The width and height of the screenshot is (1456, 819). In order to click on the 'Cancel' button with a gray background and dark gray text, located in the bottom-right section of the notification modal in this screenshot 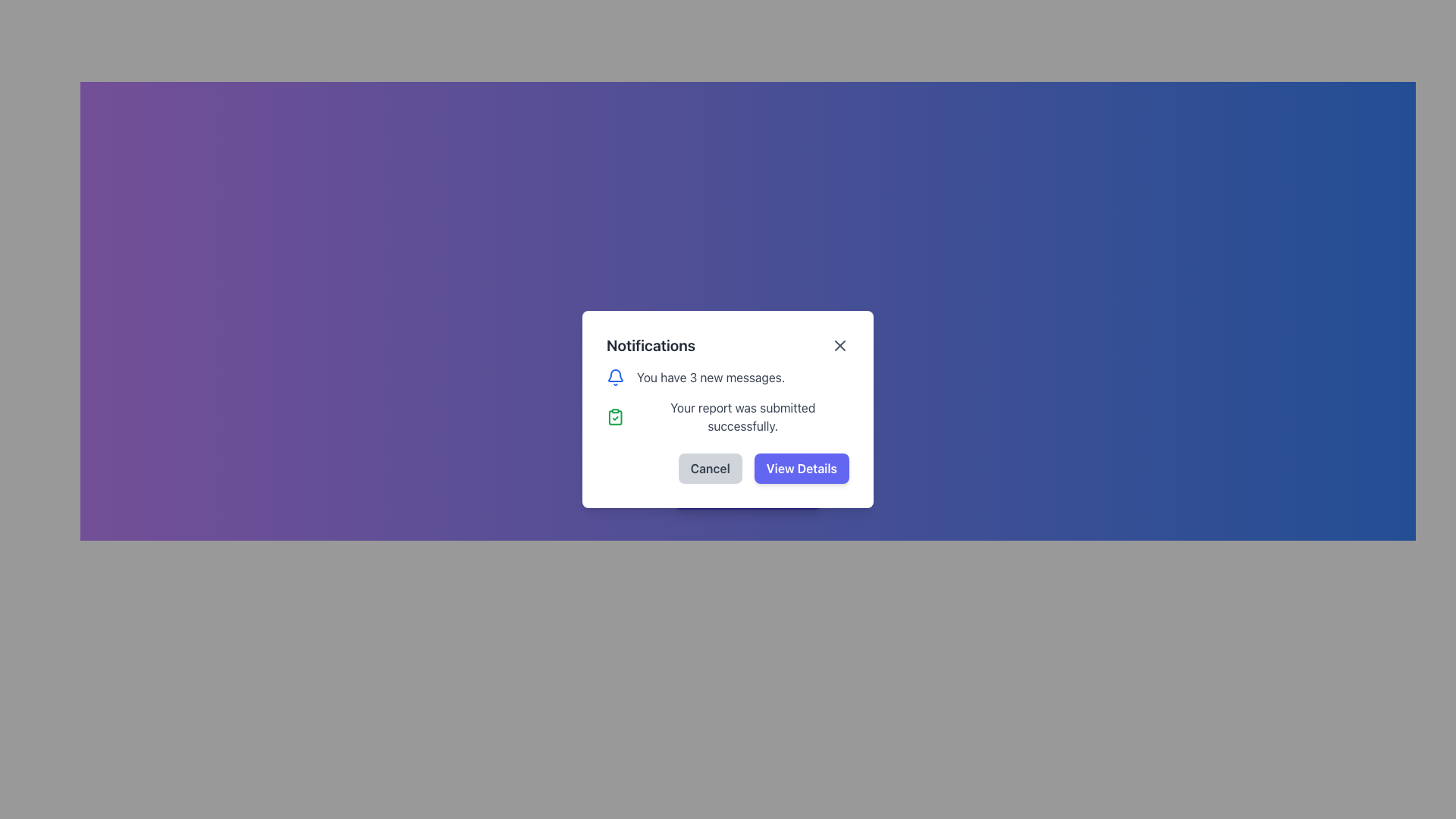, I will do `click(728, 467)`.